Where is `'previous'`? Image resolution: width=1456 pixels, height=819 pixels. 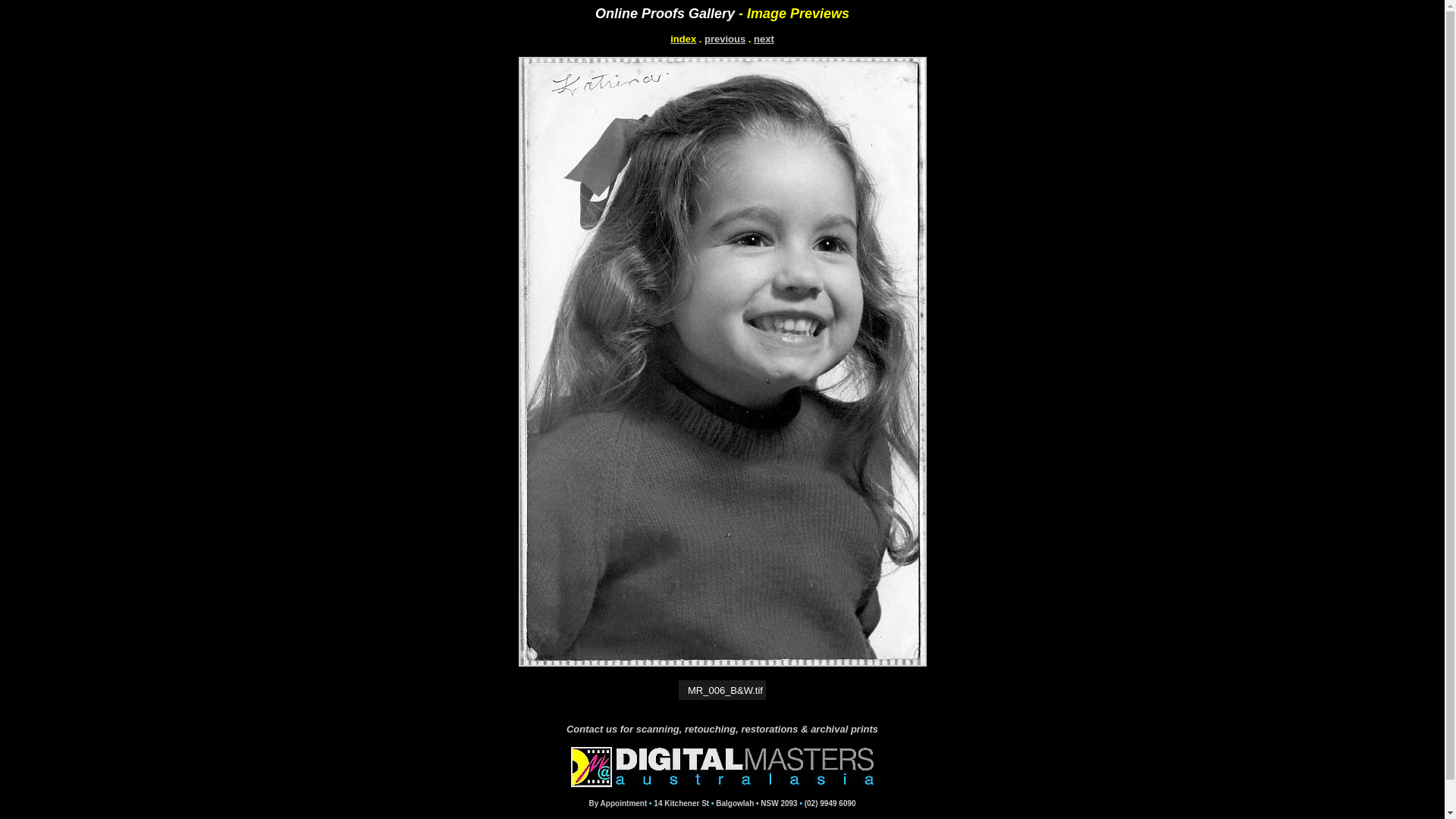
'previous' is located at coordinates (723, 38).